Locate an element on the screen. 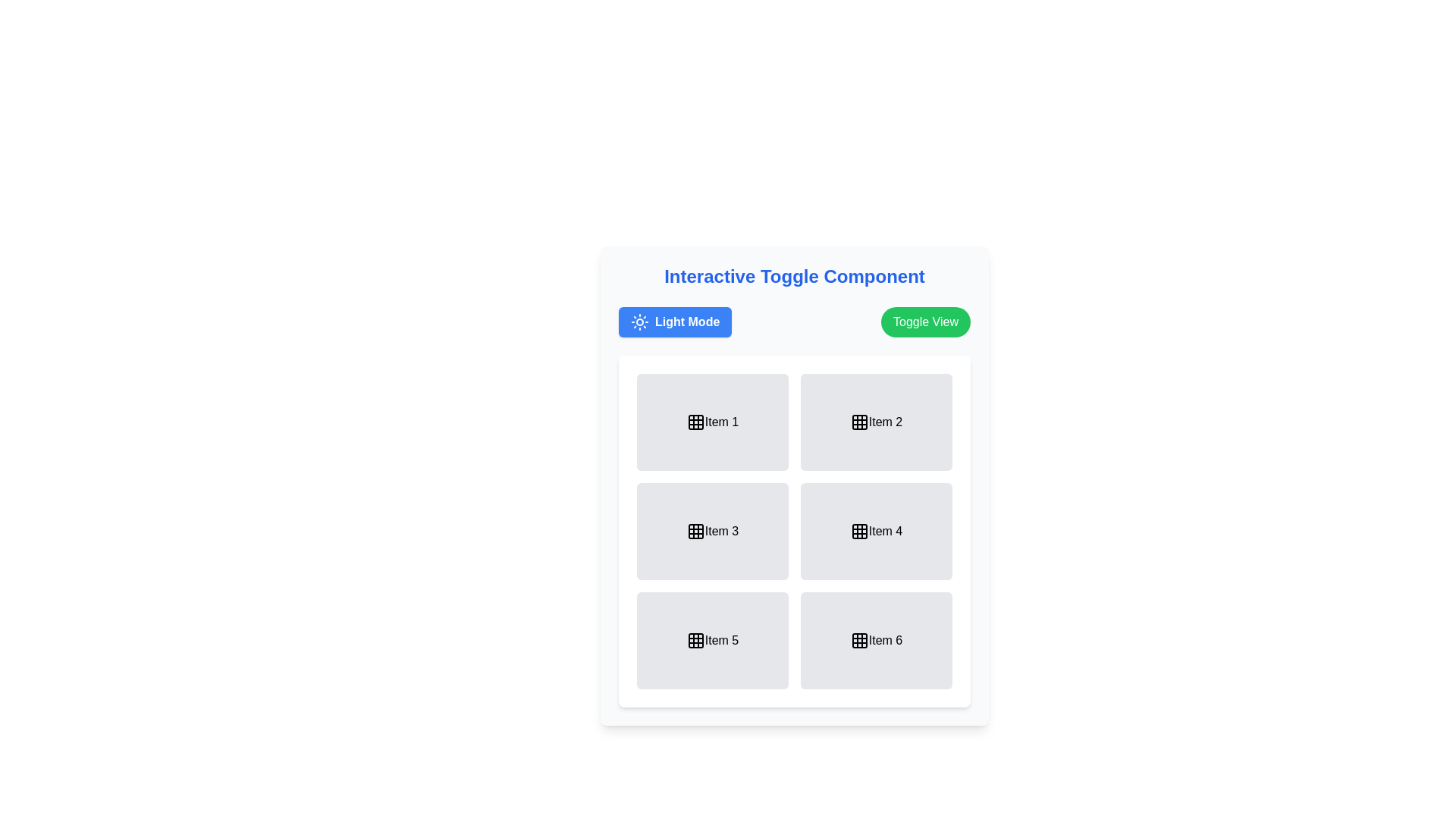  the grid layout icon located to the left of the text 'Item 1' in the top-left section of the 2x3 grid arrangement is located at coordinates (695, 422).